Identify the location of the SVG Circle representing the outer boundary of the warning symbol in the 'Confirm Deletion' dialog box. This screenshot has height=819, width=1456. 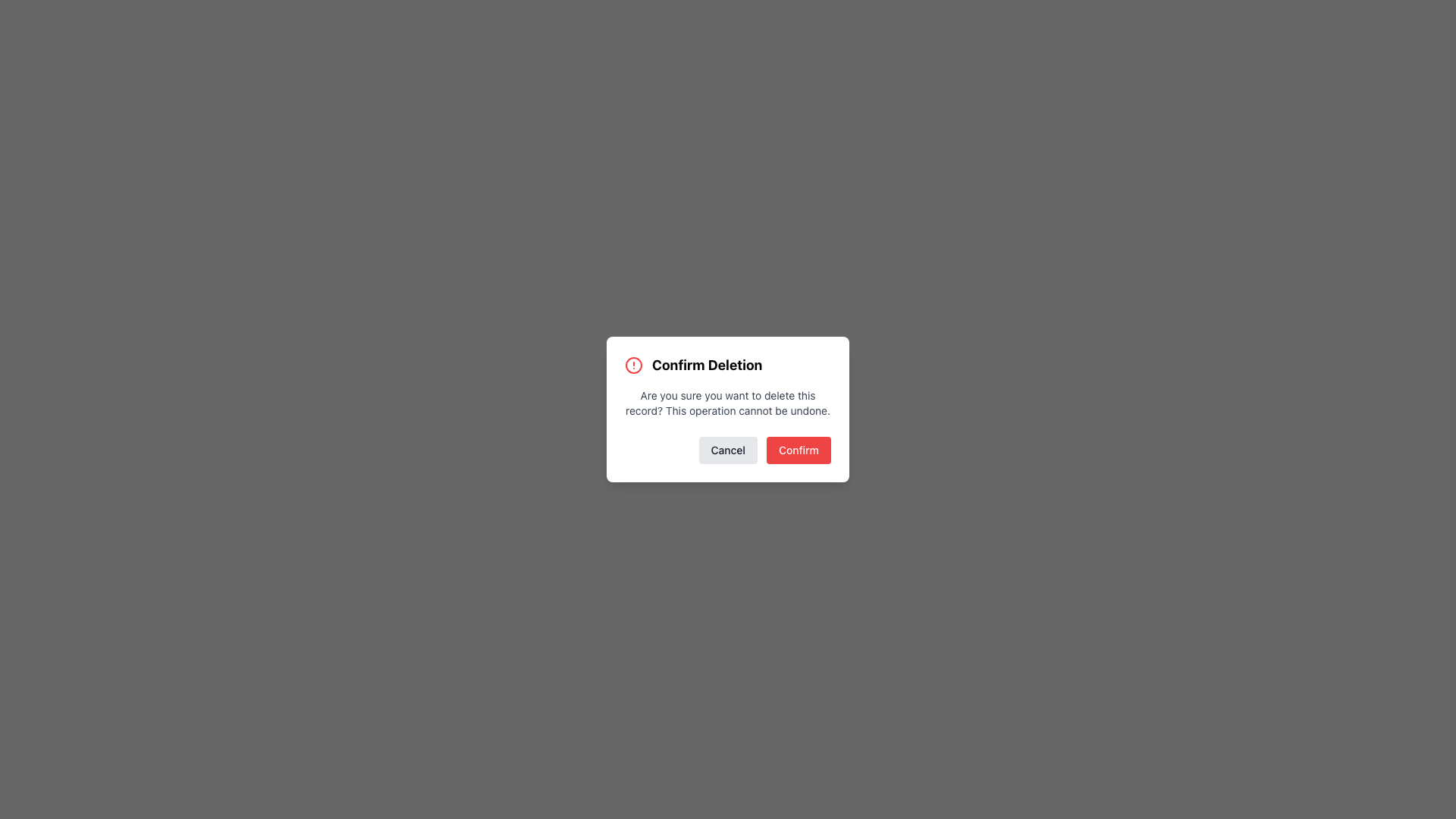
(633, 366).